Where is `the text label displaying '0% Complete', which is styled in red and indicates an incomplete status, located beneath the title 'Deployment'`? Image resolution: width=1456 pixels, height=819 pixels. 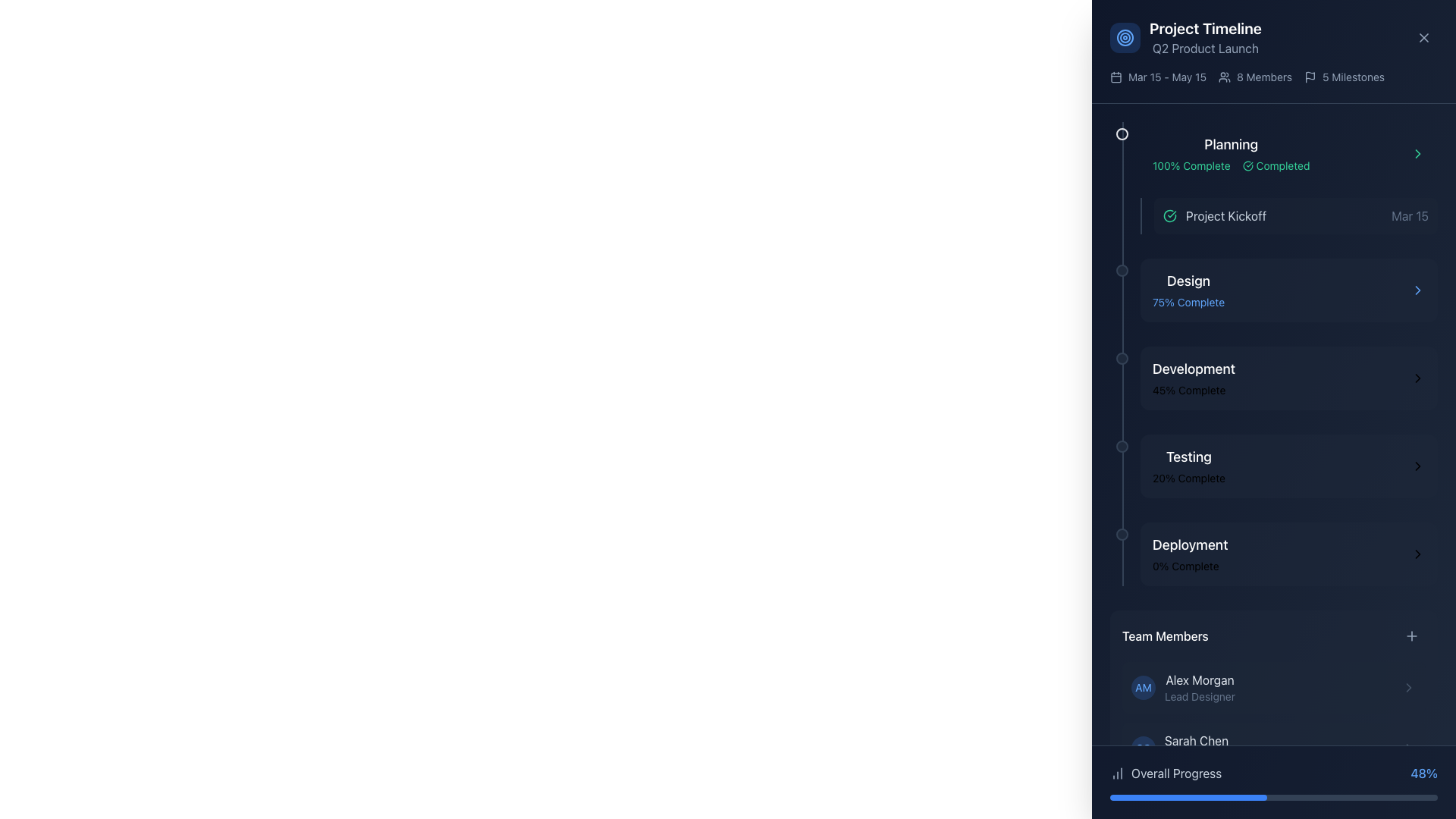
the text label displaying '0% Complete', which is styled in red and indicates an incomplete status, located beneath the title 'Deployment' is located at coordinates (1189, 566).